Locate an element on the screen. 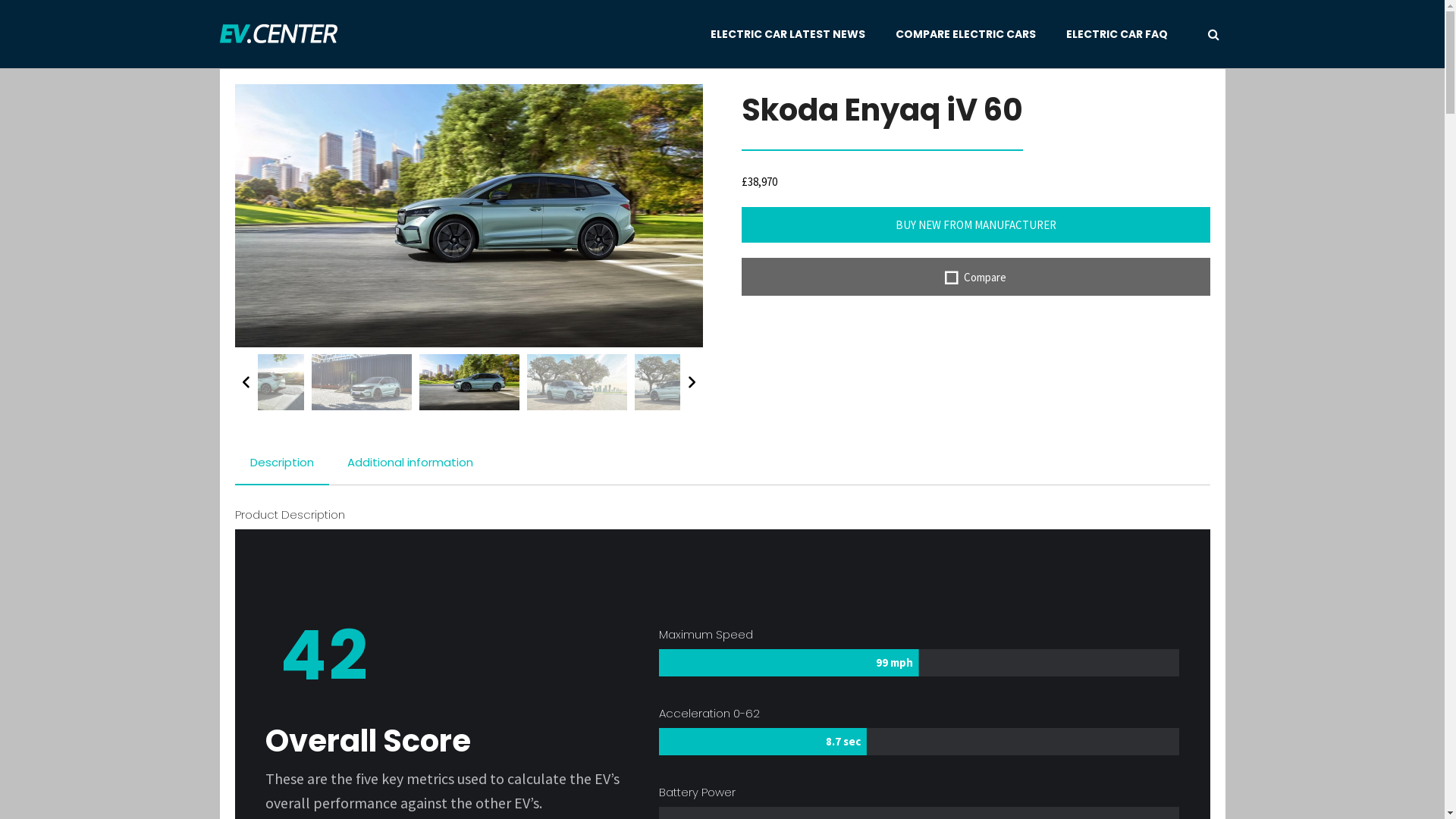 Image resolution: width=1456 pixels, height=819 pixels. 'ELECTRIC CAR LATEST NEWS' is located at coordinates (787, 34).